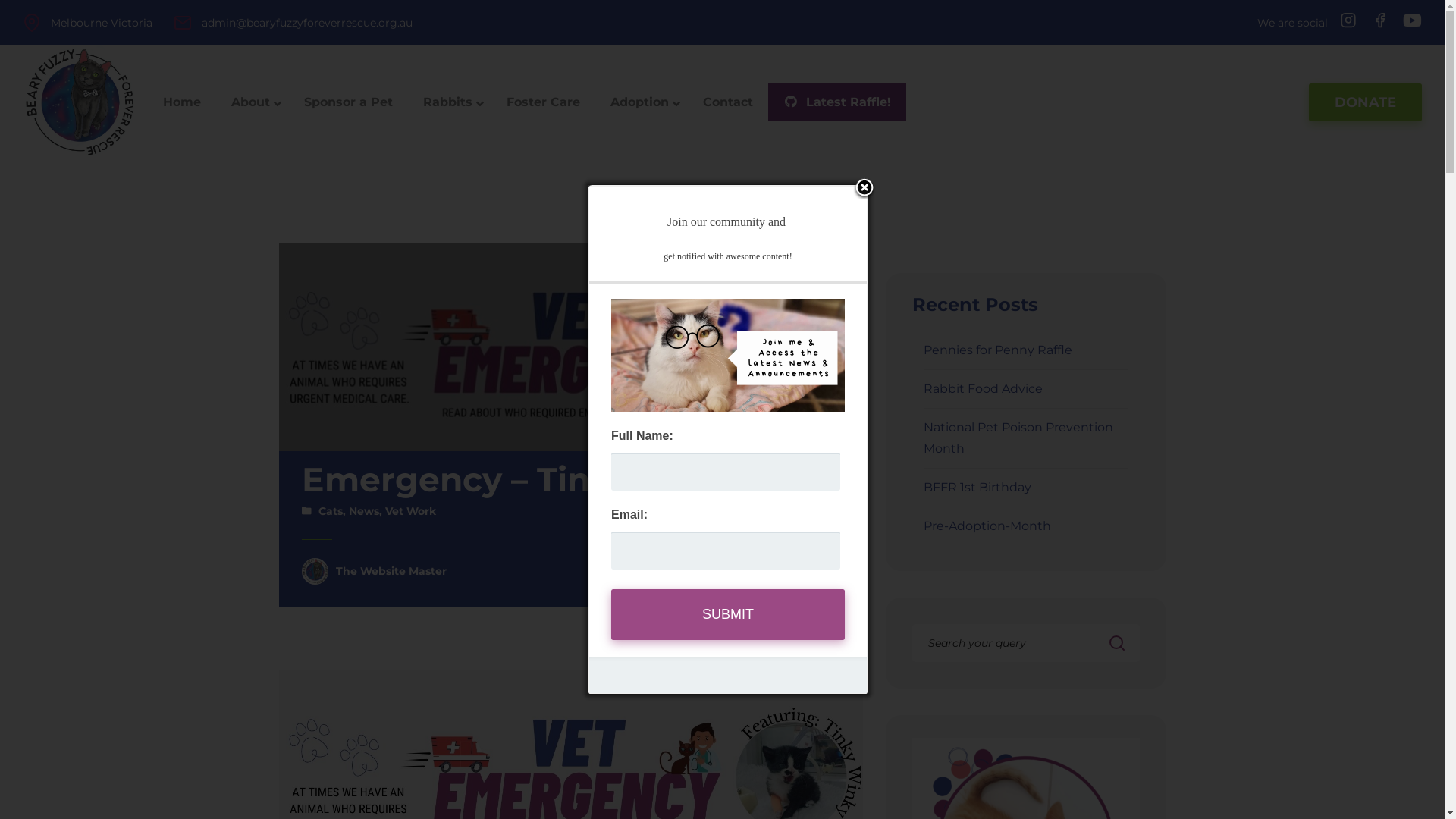 The width and height of the screenshot is (1456, 819). I want to click on 'Contact', so click(728, 102).